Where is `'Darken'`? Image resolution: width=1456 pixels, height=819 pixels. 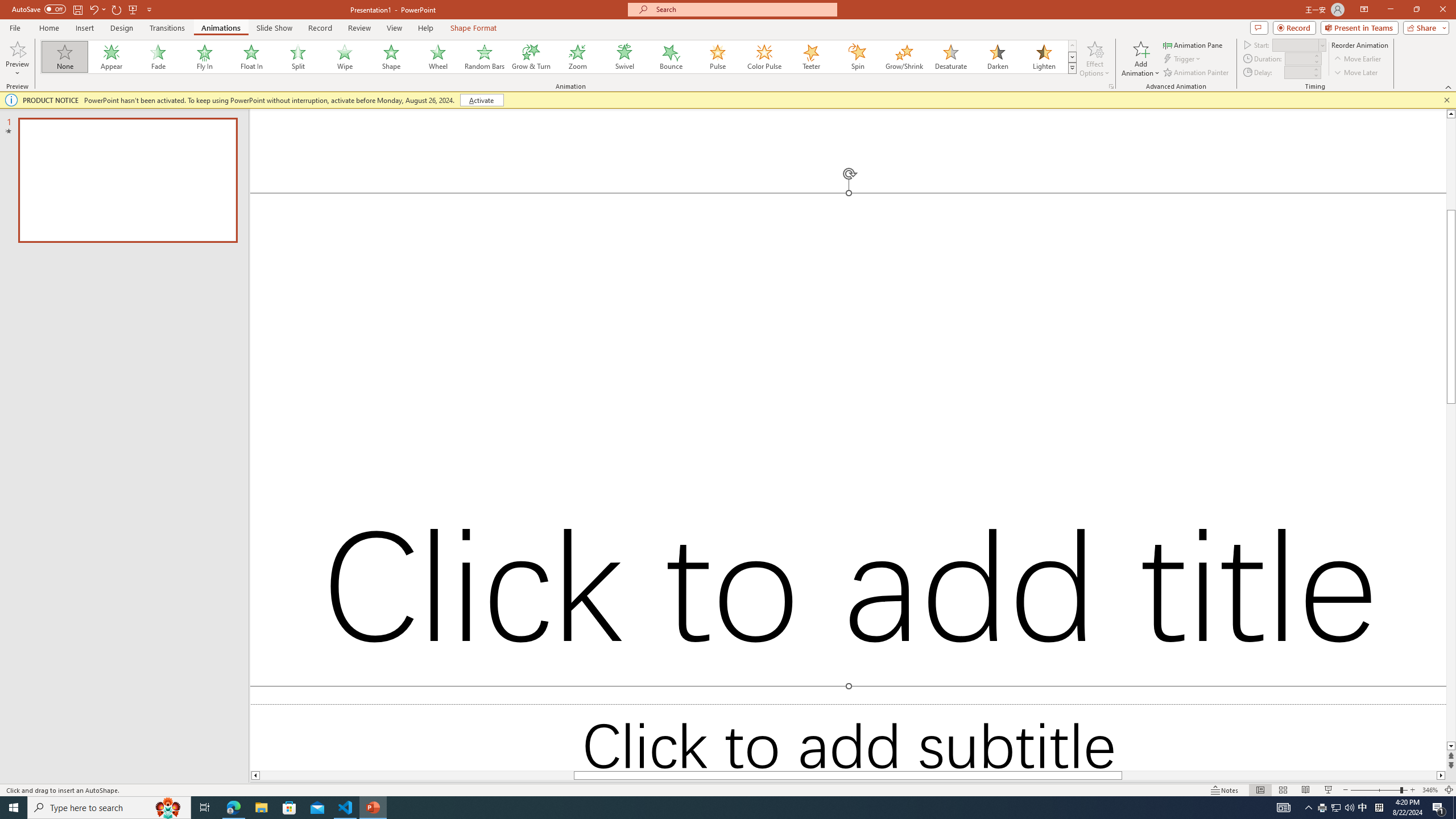 'Darken' is located at coordinates (996, 56).